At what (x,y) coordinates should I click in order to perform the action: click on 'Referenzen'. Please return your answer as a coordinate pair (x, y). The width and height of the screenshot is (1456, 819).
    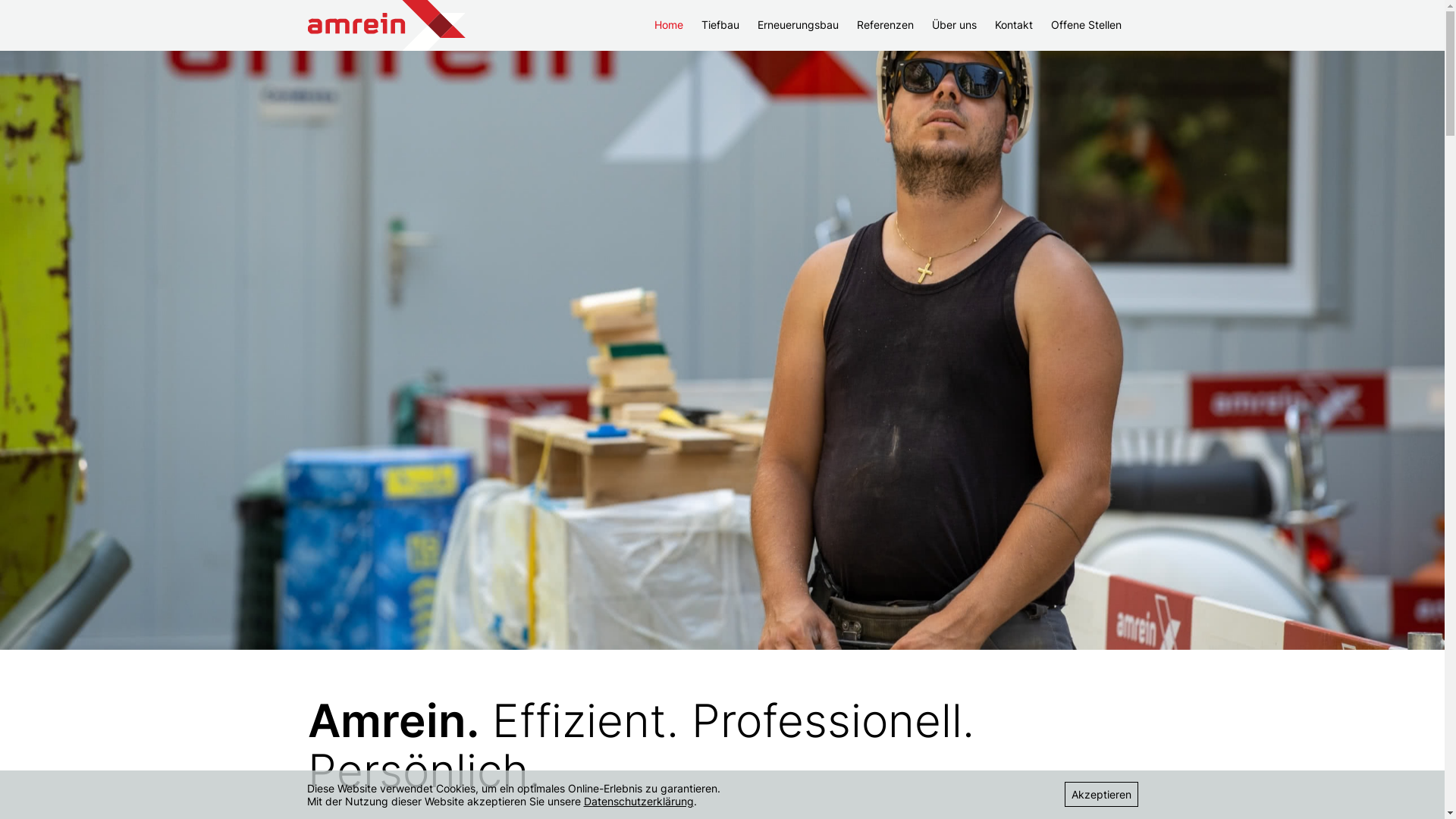
    Looking at the image, I should click on (885, 24).